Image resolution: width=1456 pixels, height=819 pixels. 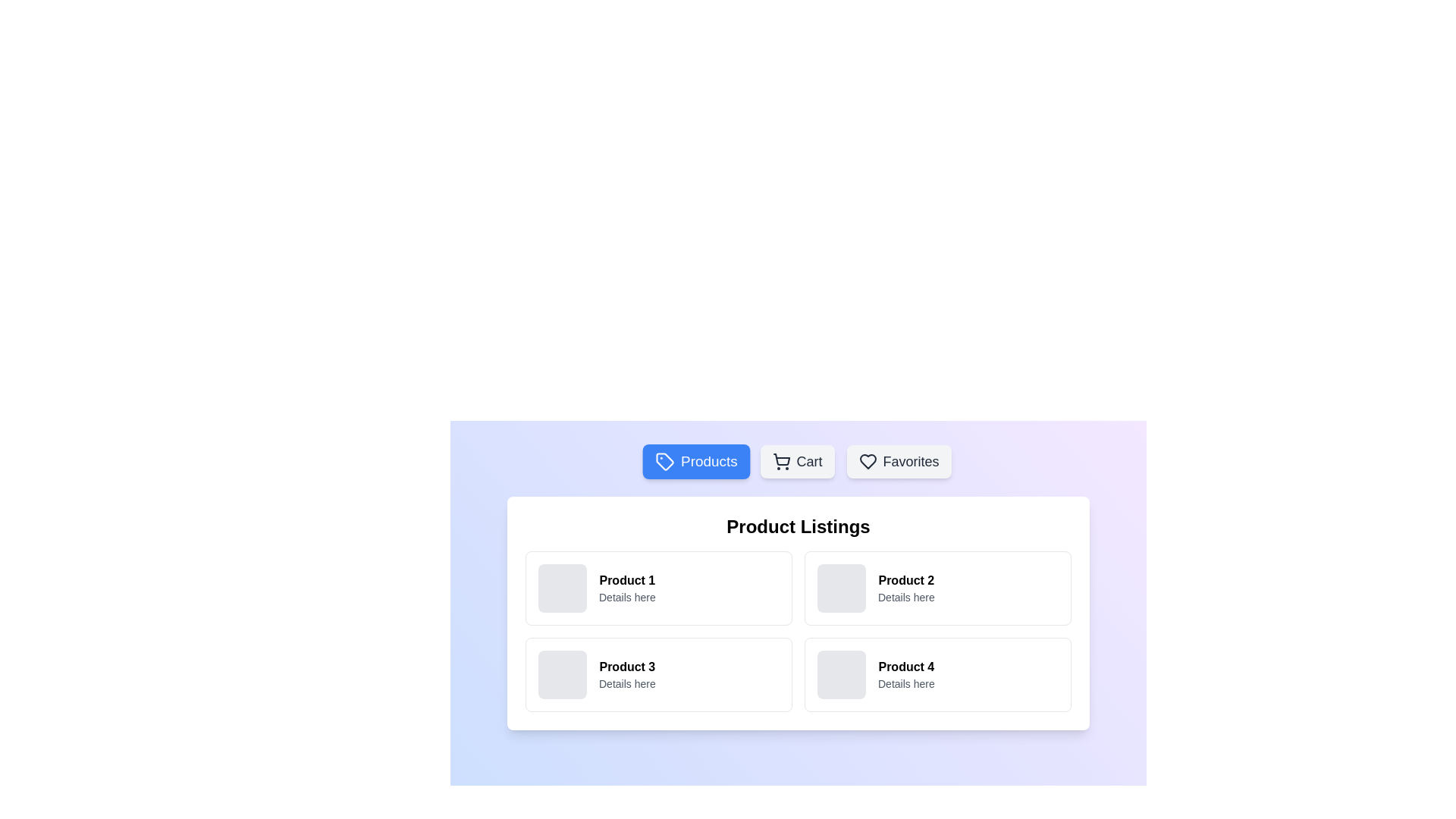 I want to click on the heart-shaped icon with a transparent interior and black outline, located in the 'Favorites' button group, so click(x=868, y=461).